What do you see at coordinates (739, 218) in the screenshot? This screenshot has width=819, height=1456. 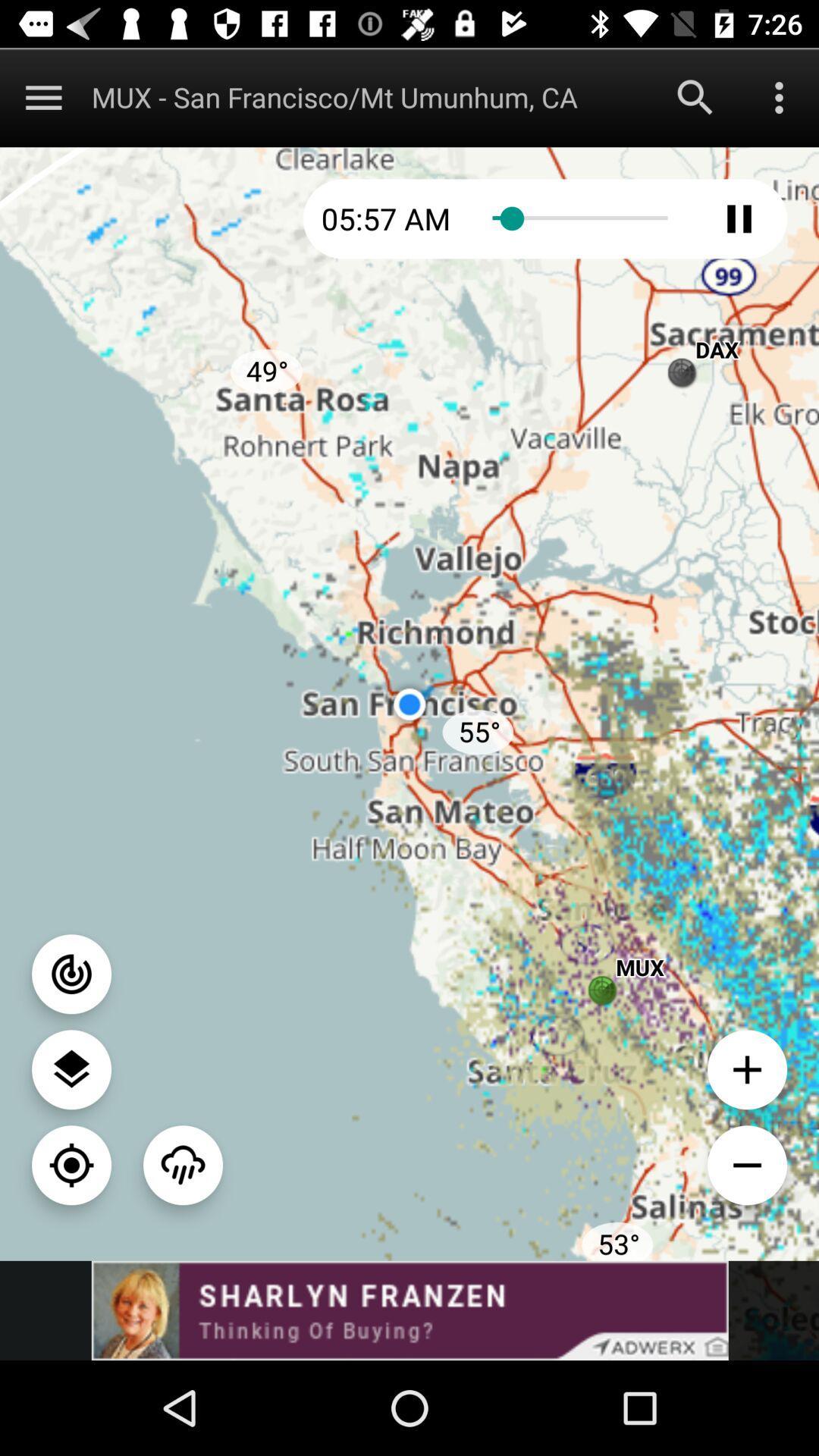 I see `pley button` at bounding box center [739, 218].